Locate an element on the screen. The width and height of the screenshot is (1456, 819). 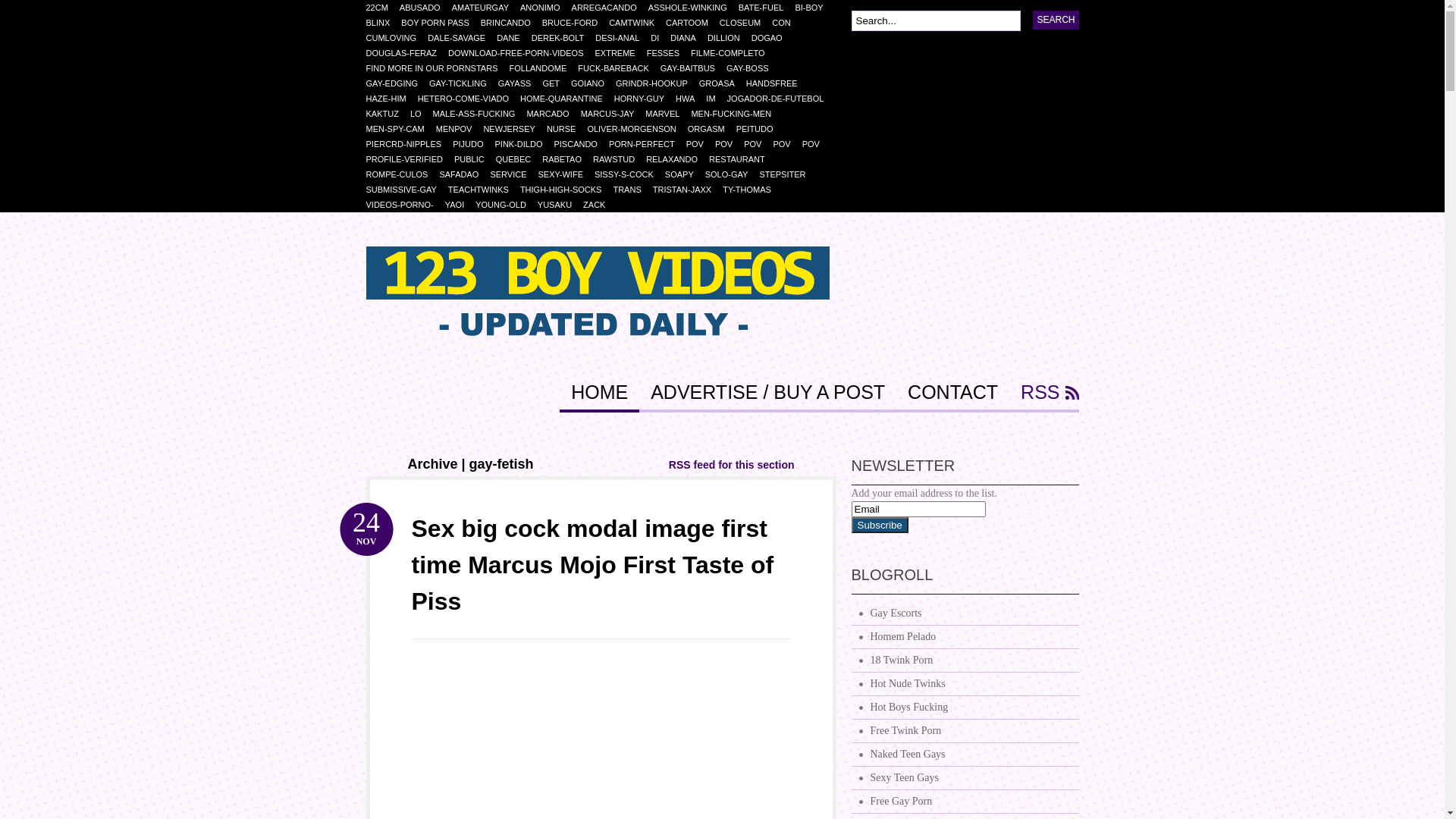
'BATE-FUEL' is located at coordinates (767, 8).